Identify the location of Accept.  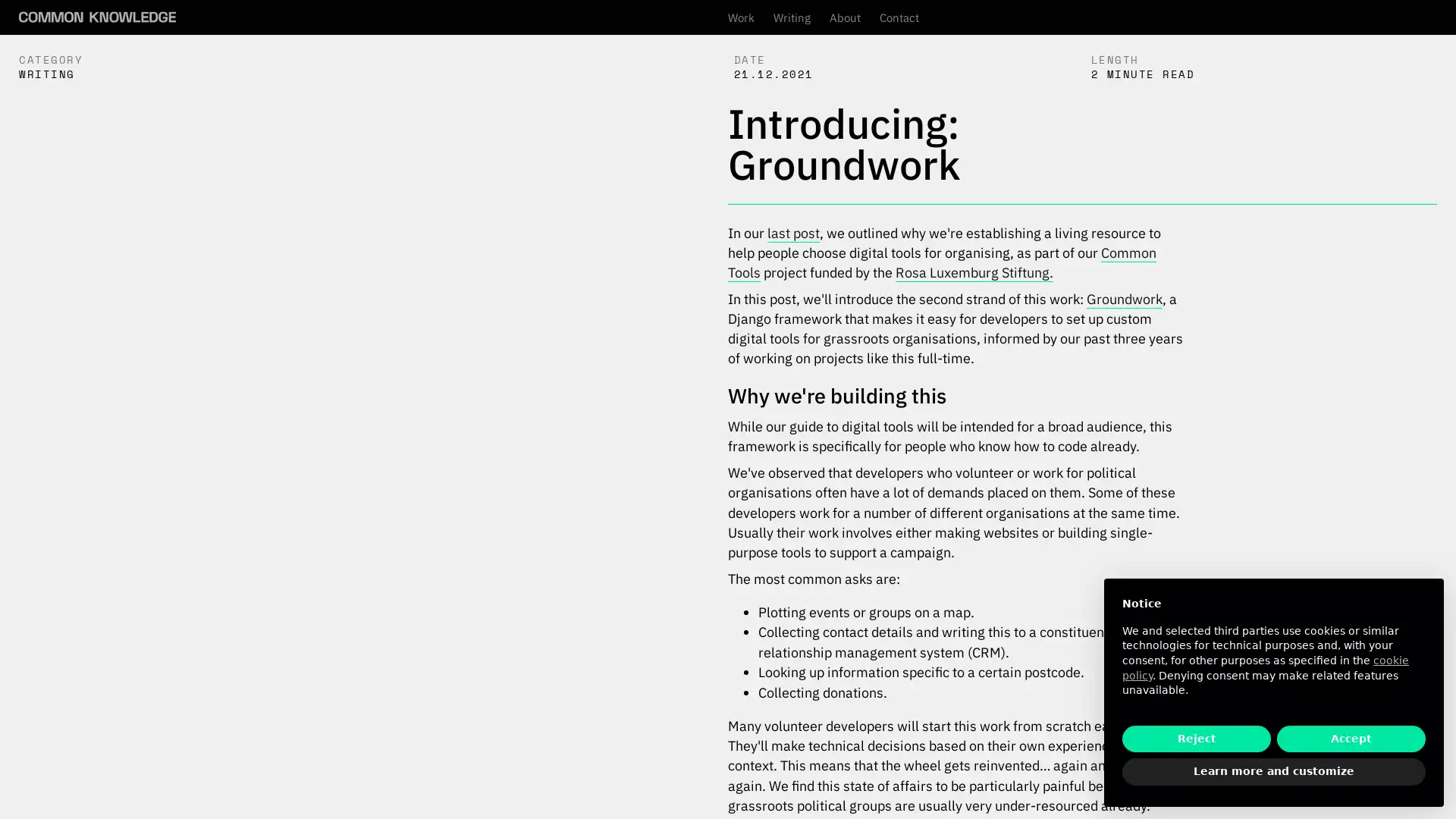
(1351, 738).